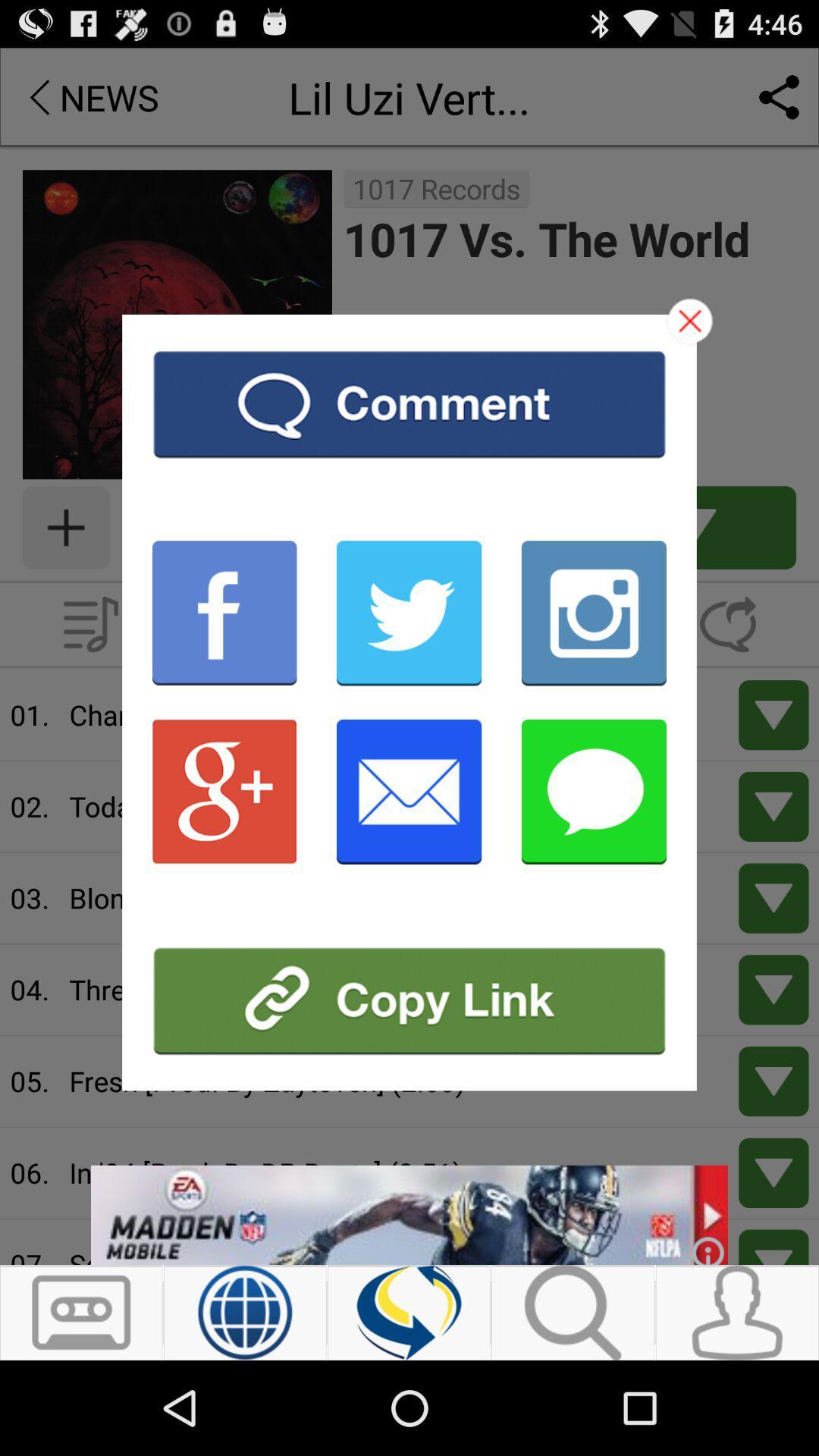  Describe the element at coordinates (408, 613) in the screenshot. I see `share on twitter` at that location.